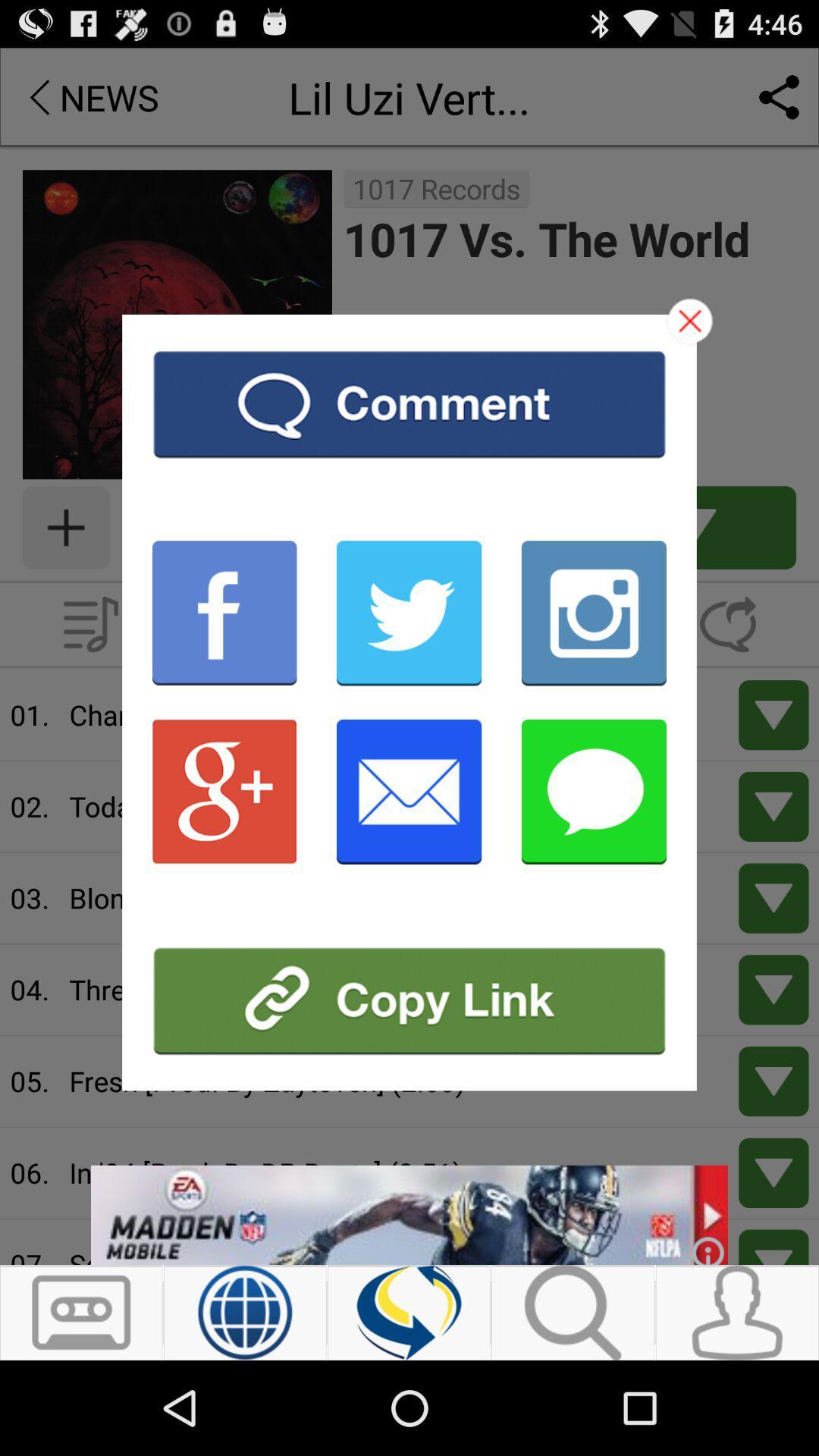  Describe the element at coordinates (408, 613) in the screenshot. I see `share on twitter` at that location.